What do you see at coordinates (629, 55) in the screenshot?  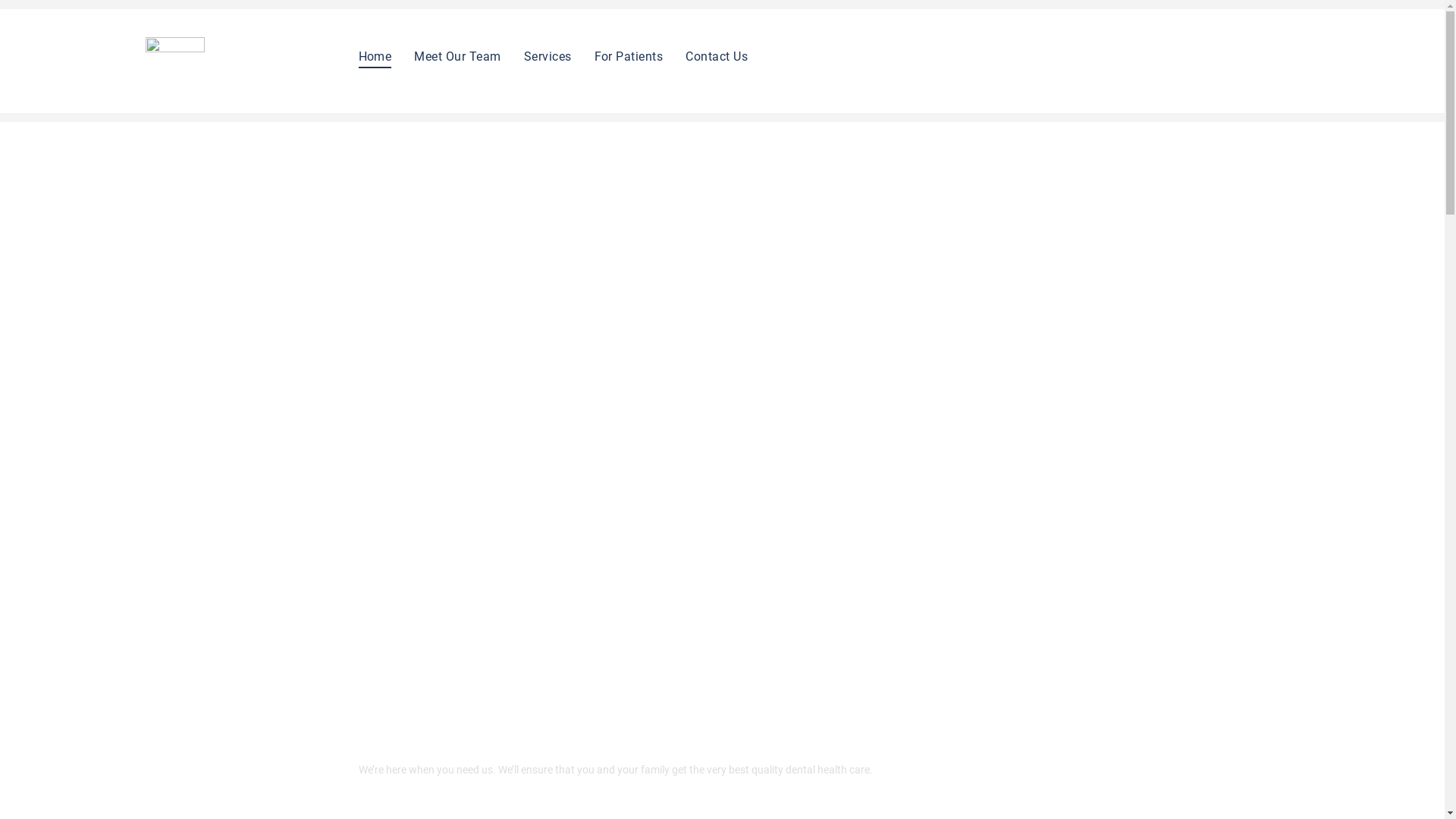 I see `'For Patients'` at bounding box center [629, 55].